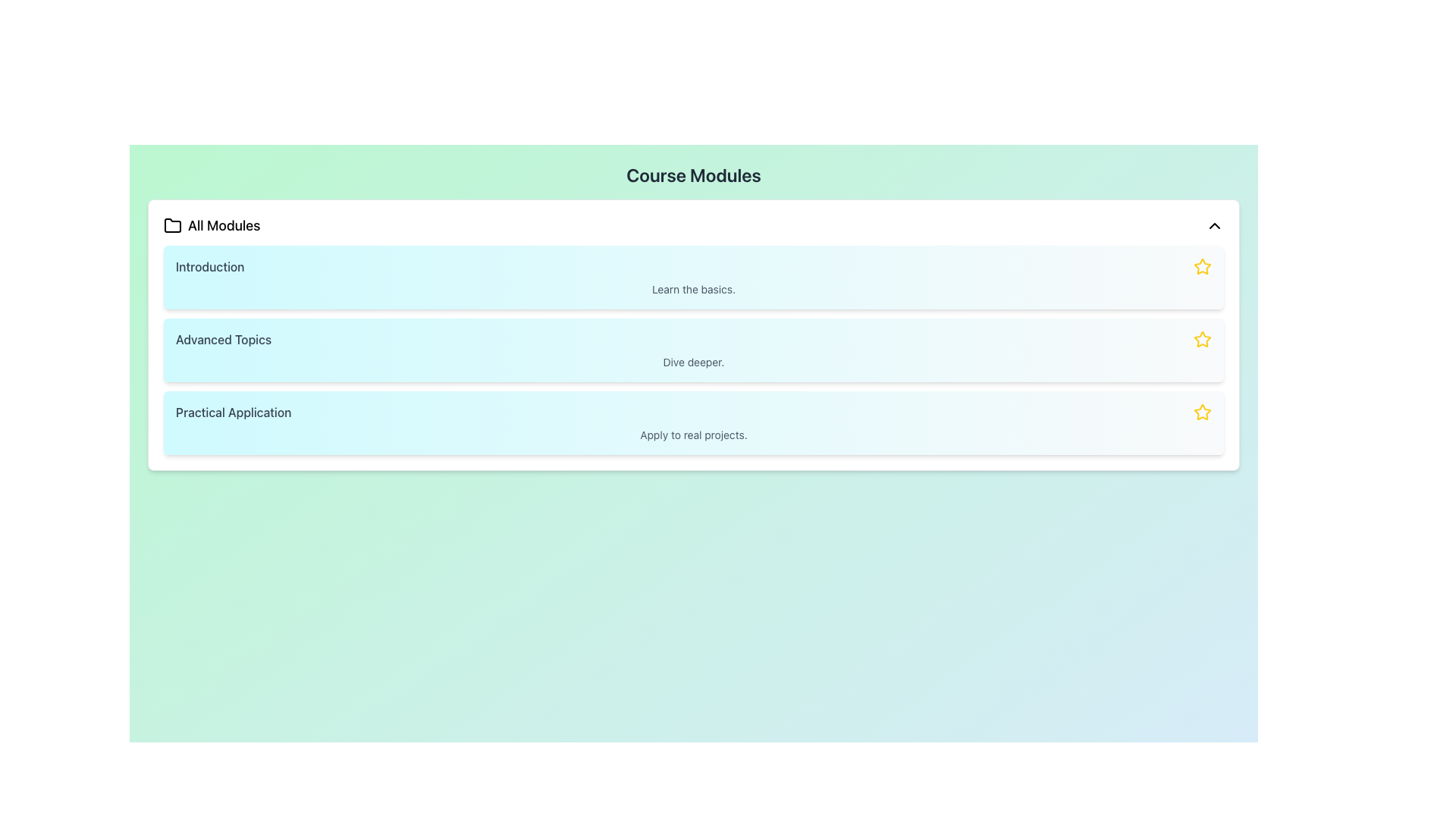 The height and width of the screenshot is (819, 1456). What do you see at coordinates (1201, 412) in the screenshot?
I see `the interactive star icon located to the right of the course module 'Practical Application' to mark it as favorite` at bounding box center [1201, 412].